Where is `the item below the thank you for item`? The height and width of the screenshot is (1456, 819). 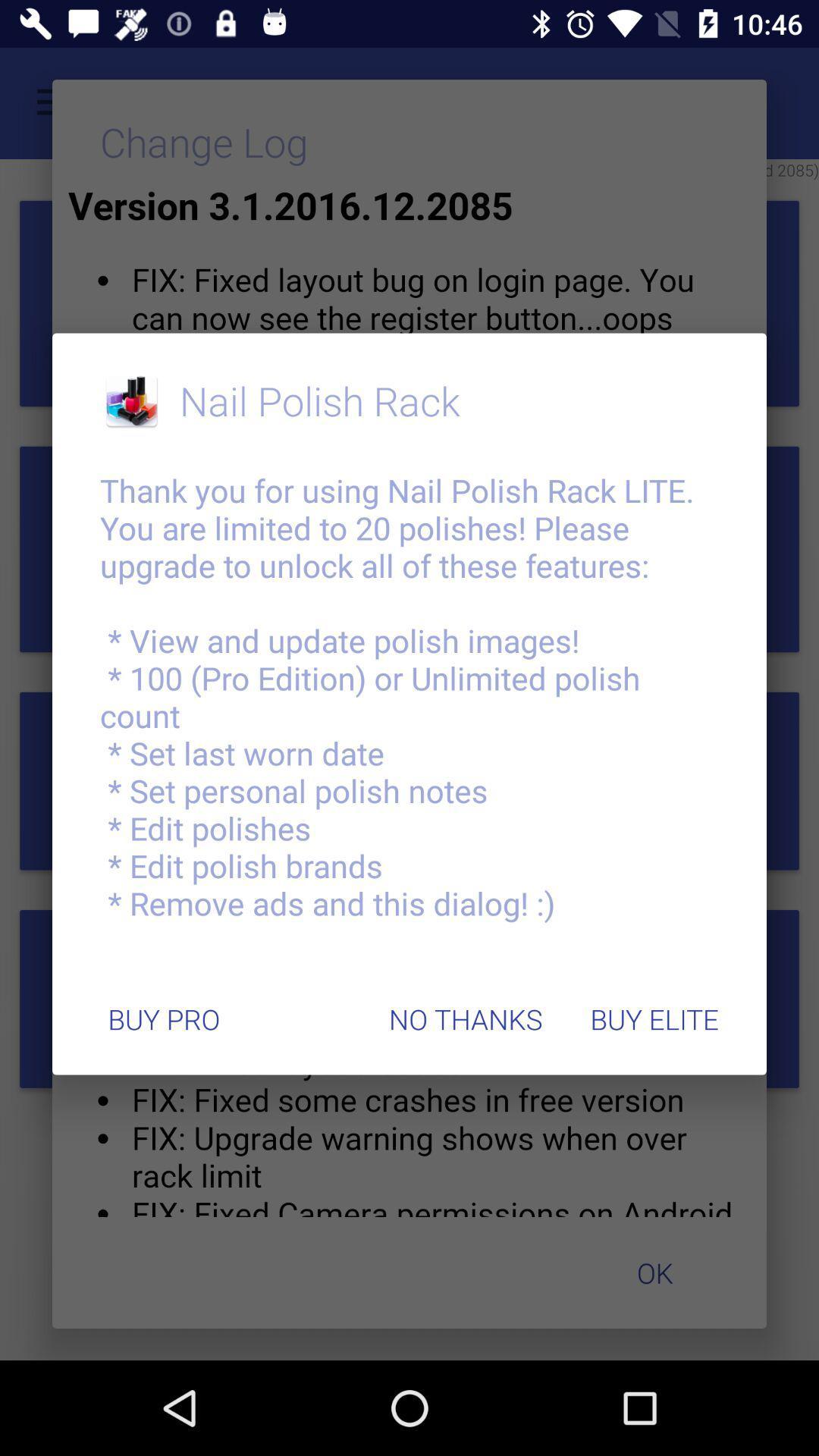 the item below the thank you for item is located at coordinates (654, 1019).